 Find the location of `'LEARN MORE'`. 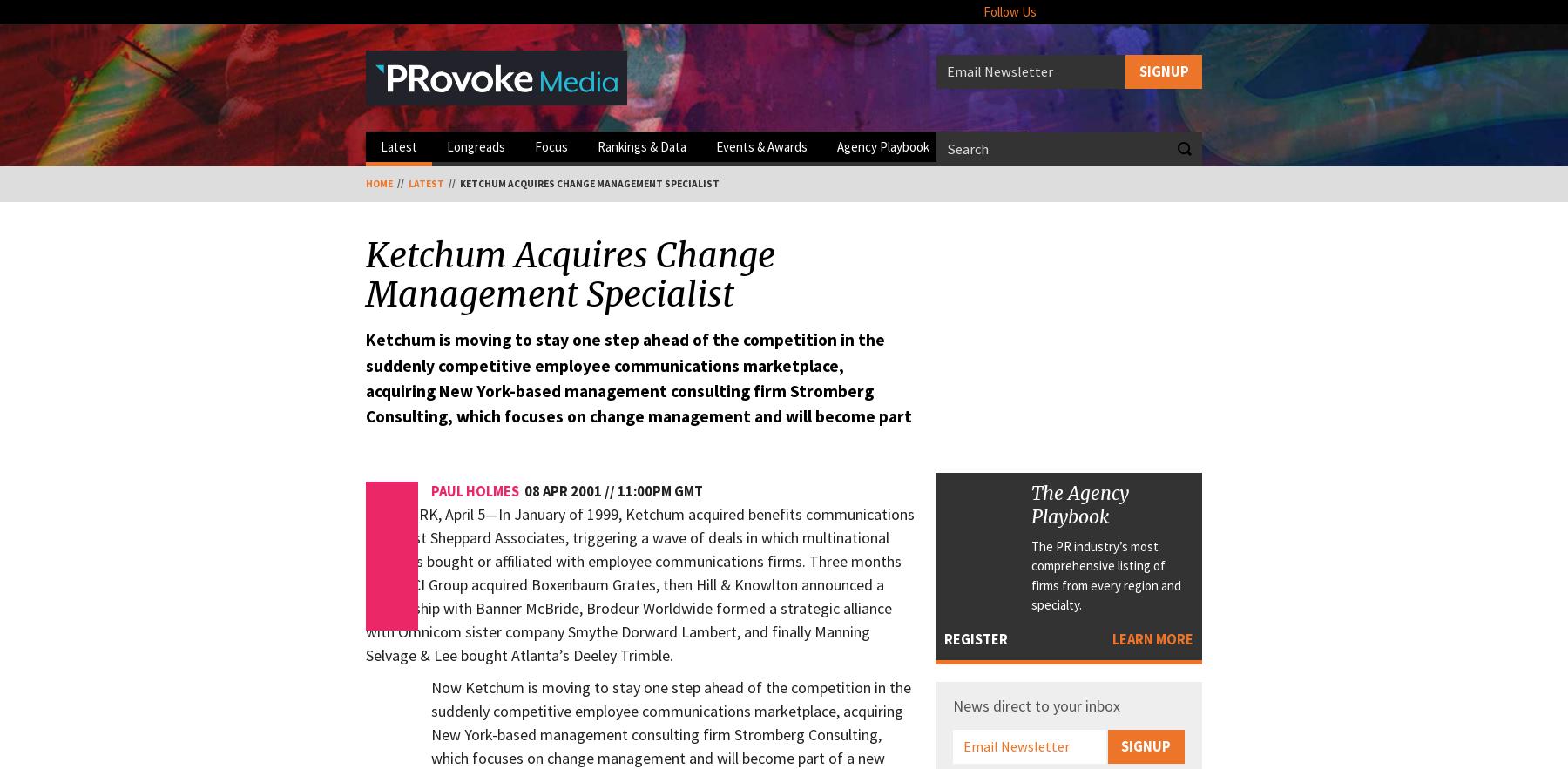

'LEARN MORE' is located at coordinates (1112, 637).